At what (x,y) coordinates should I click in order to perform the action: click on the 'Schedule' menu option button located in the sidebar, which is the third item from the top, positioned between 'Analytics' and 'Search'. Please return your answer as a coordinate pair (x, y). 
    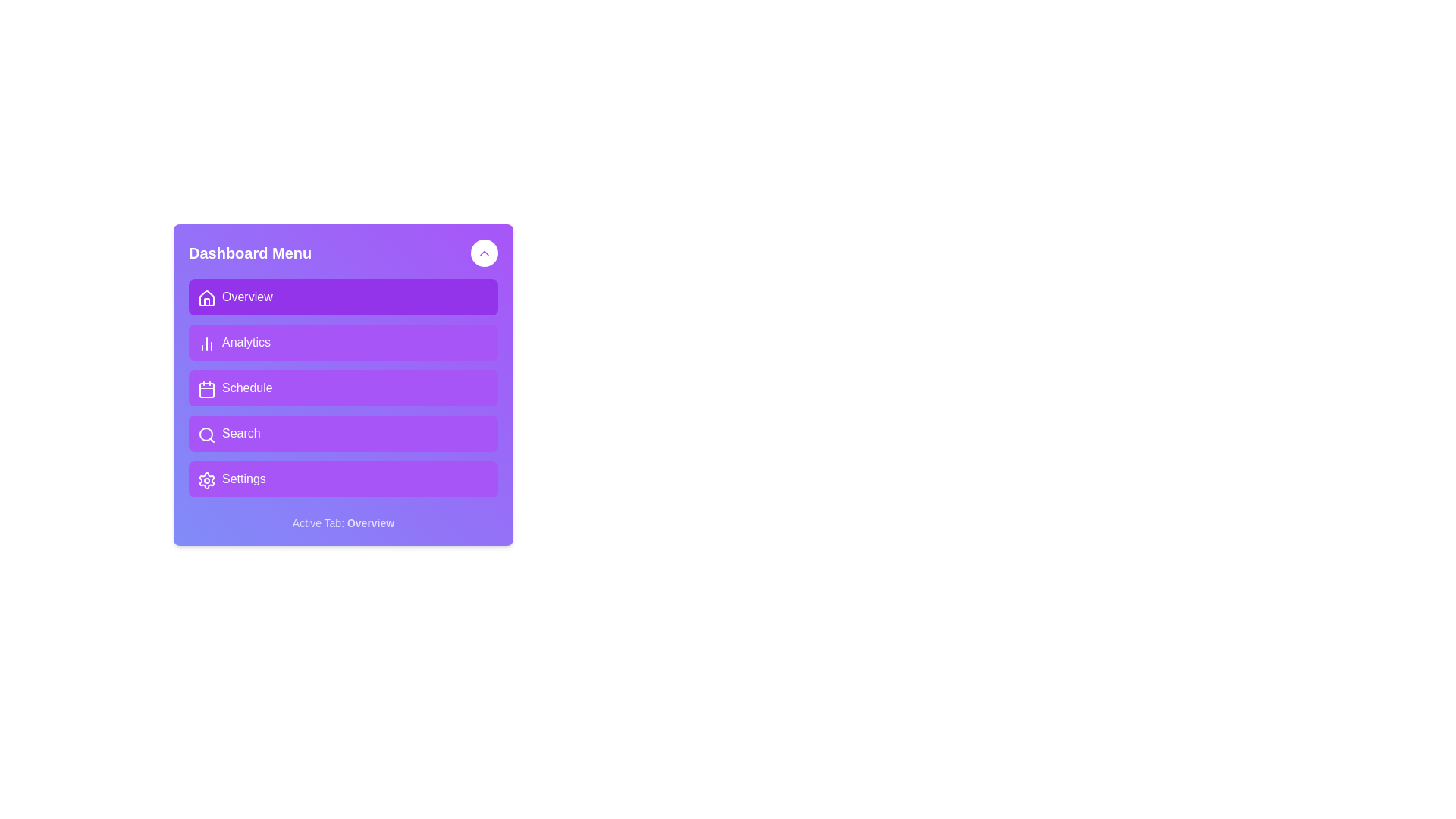
    Looking at the image, I should click on (342, 388).